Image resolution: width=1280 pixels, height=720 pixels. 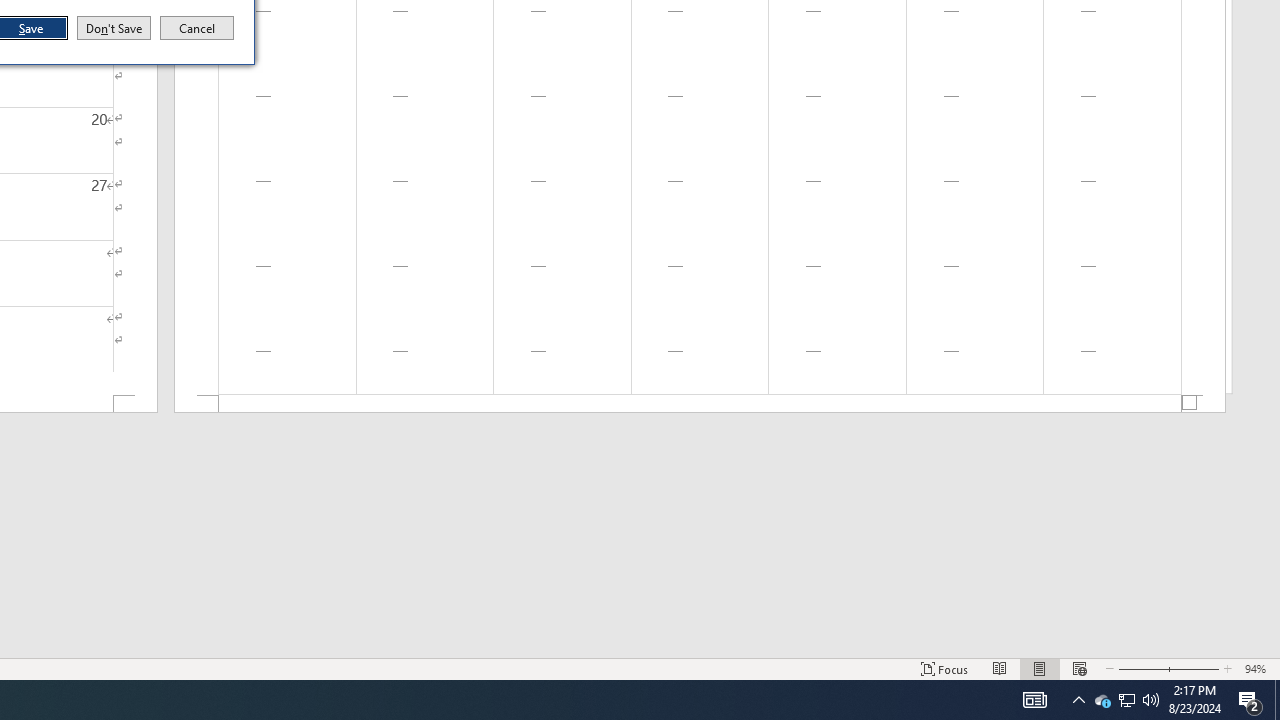 I want to click on 'Action Center, 2 new notifications', so click(x=1250, y=698).